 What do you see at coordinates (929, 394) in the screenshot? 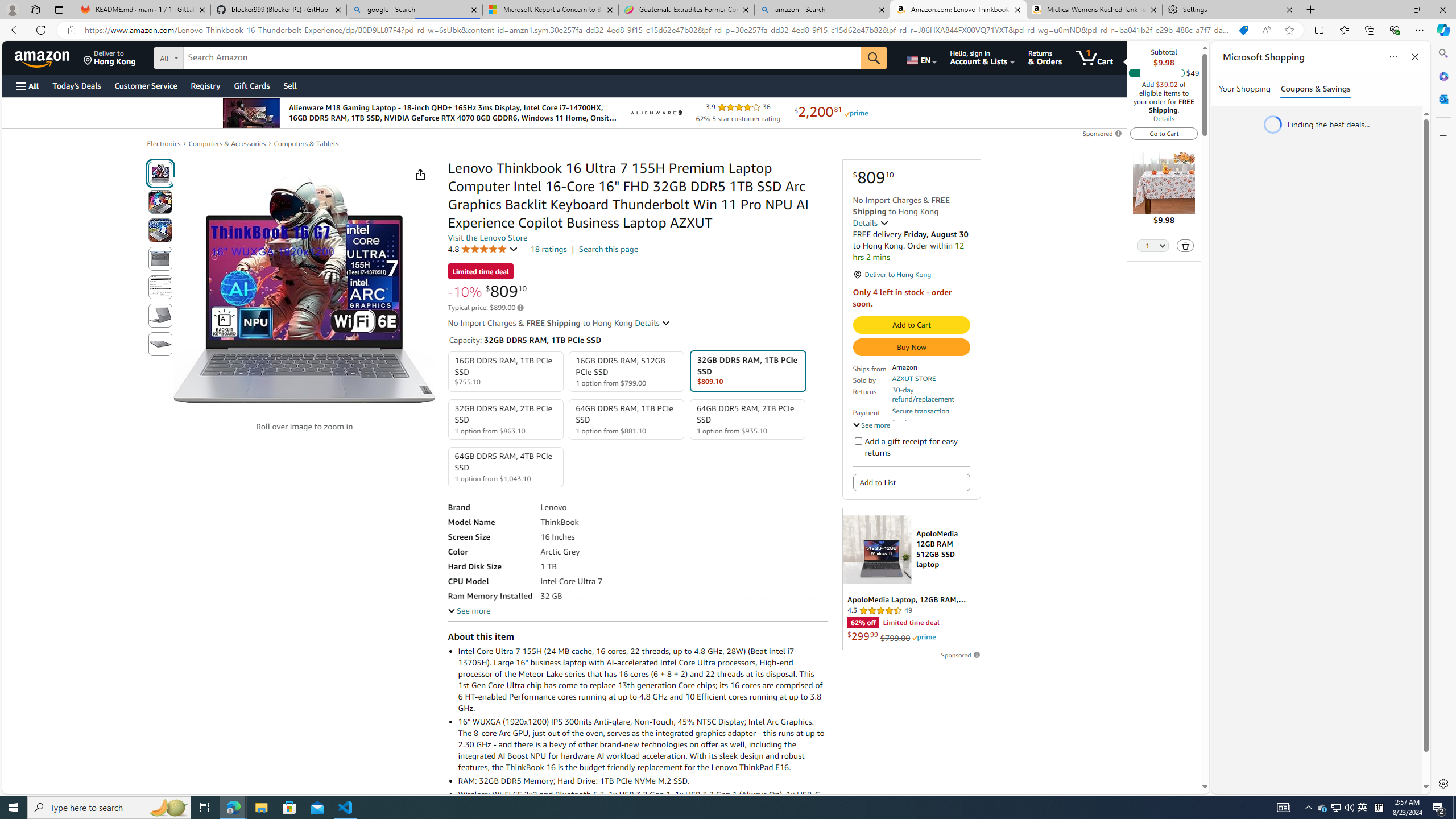
I see `'30-day refund/replacement'` at bounding box center [929, 394].